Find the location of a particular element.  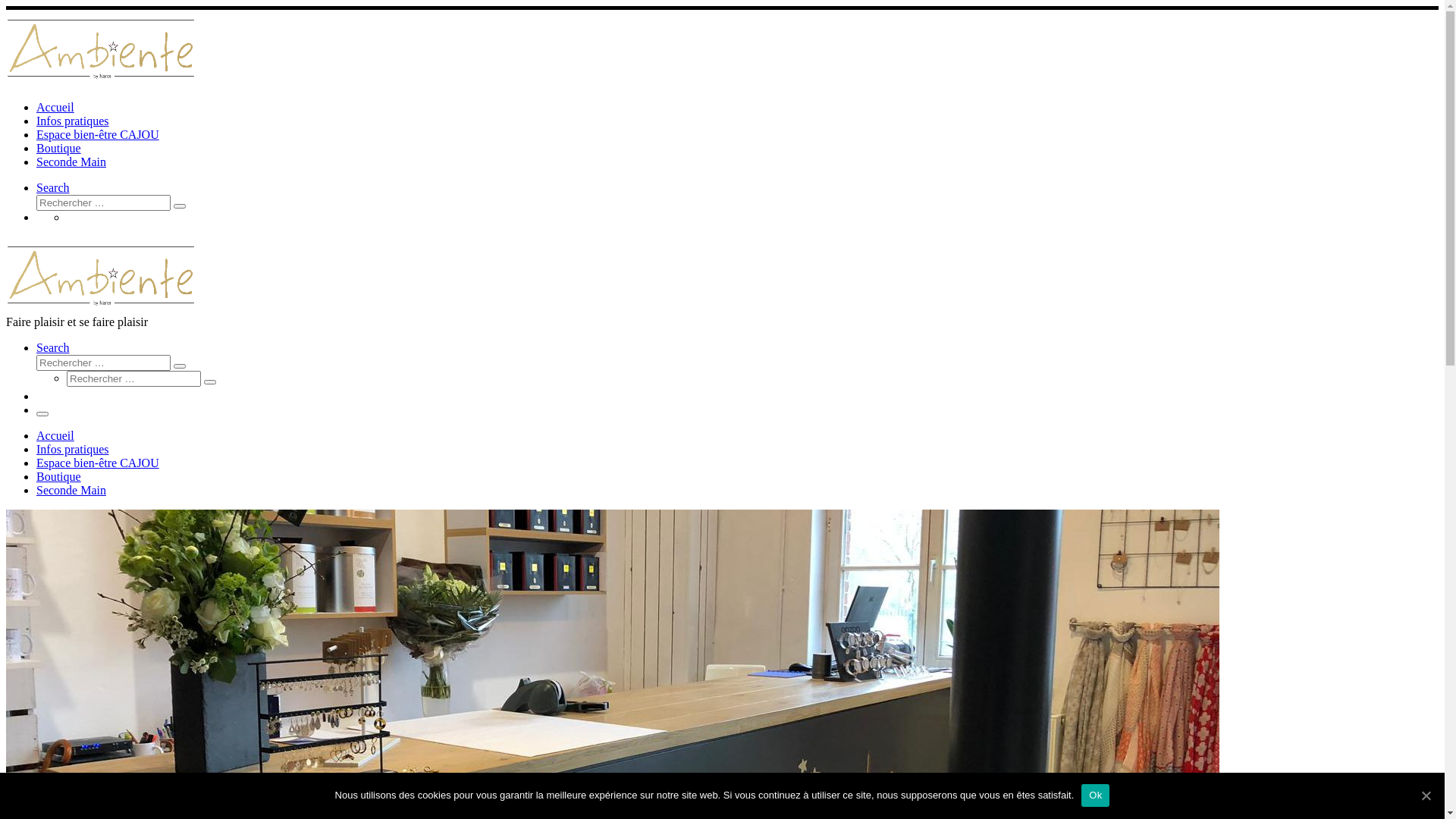

'Infos pratiques' is located at coordinates (72, 120).